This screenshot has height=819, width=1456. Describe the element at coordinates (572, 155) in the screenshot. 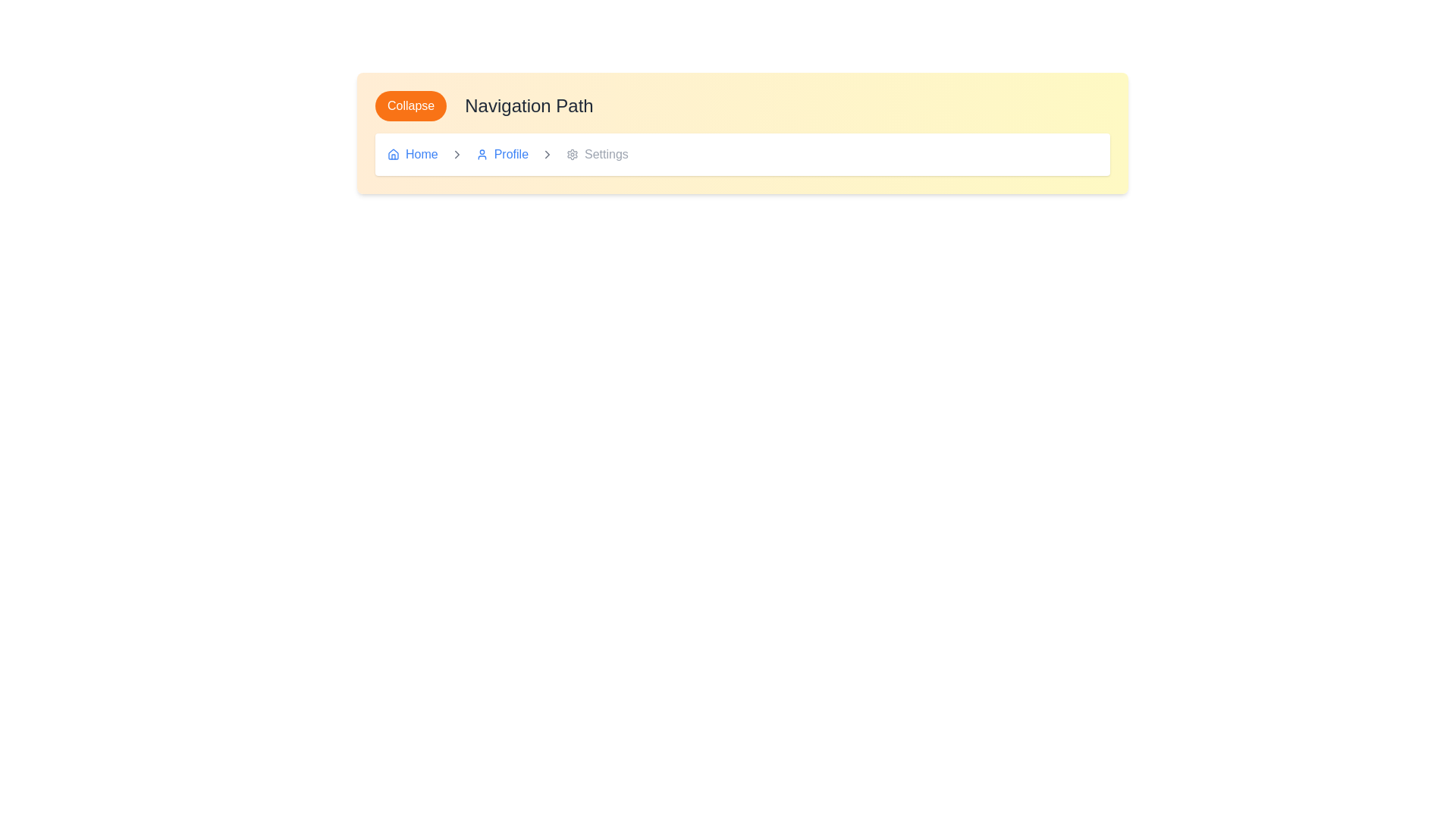

I see `the gear-shaped icon representing settings, located on the right-hand side of the breadcrumb navigation bar next to the text 'Settings'` at that location.